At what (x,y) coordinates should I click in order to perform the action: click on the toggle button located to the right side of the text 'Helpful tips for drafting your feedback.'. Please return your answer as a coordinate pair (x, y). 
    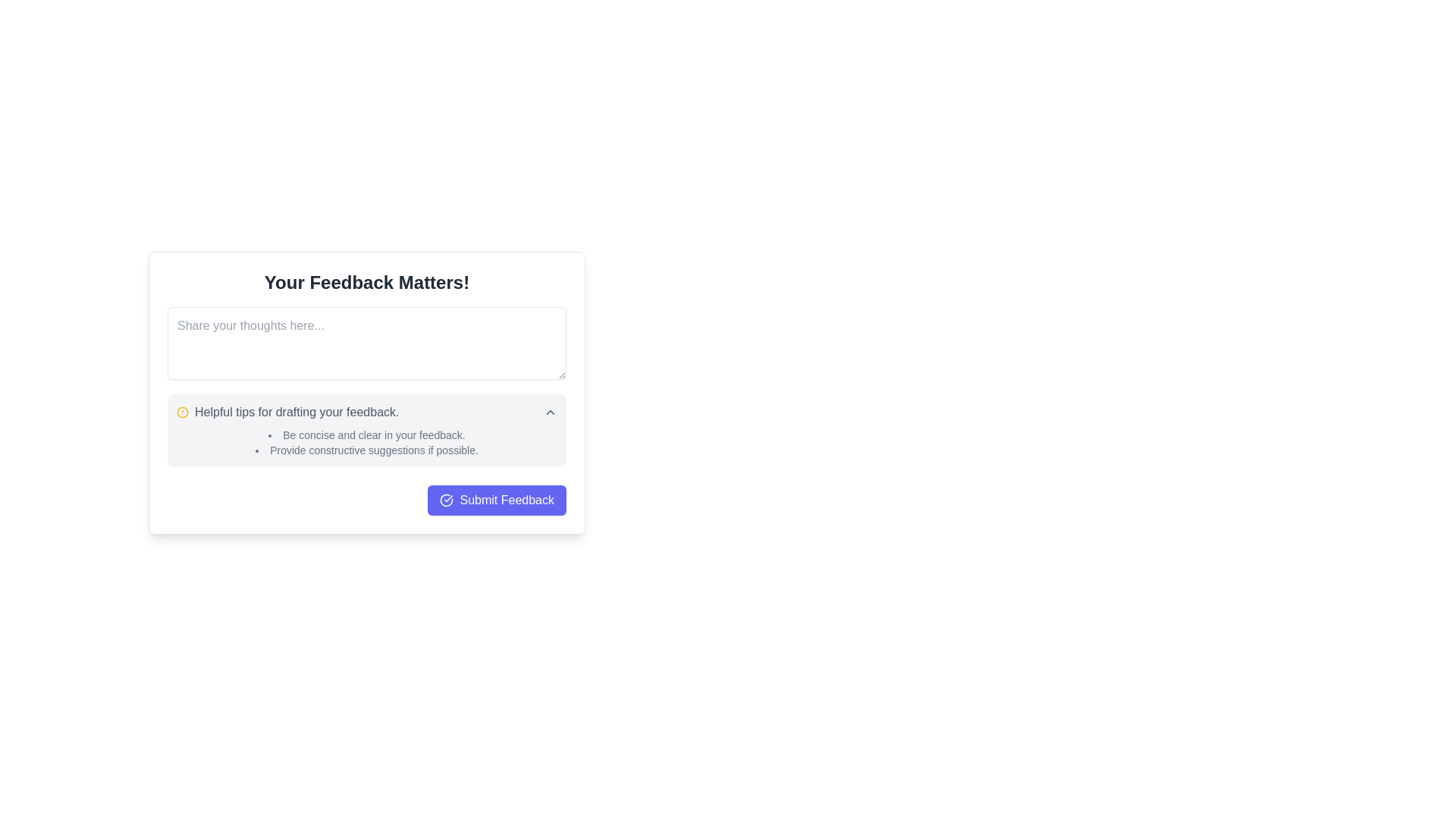
    Looking at the image, I should click on (549, 412).